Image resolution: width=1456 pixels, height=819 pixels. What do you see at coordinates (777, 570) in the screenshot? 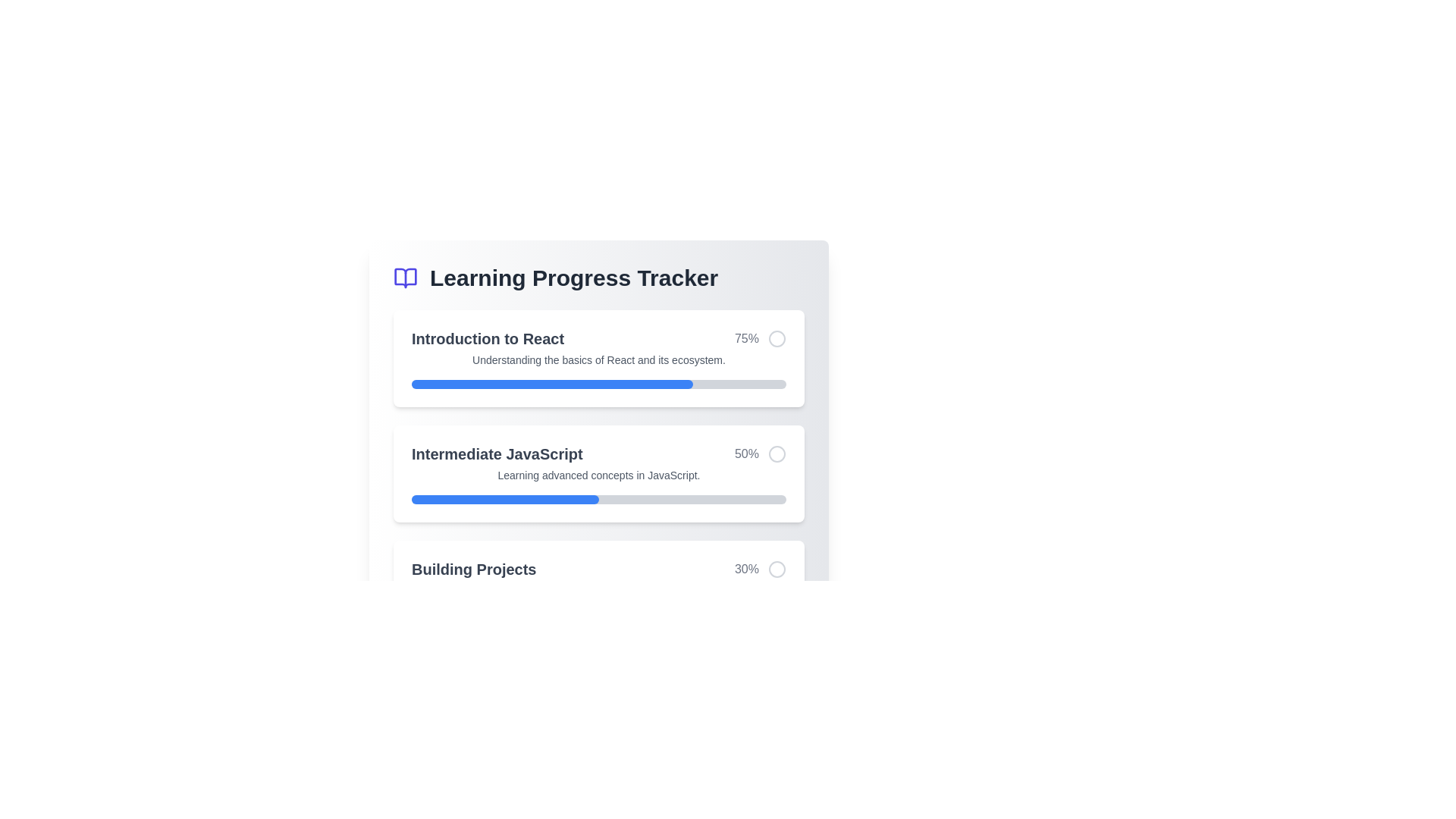
I see `the circular Radio button located on the right side of the 'Building Projects' progress tracker item` at bounding box center [777, 570].